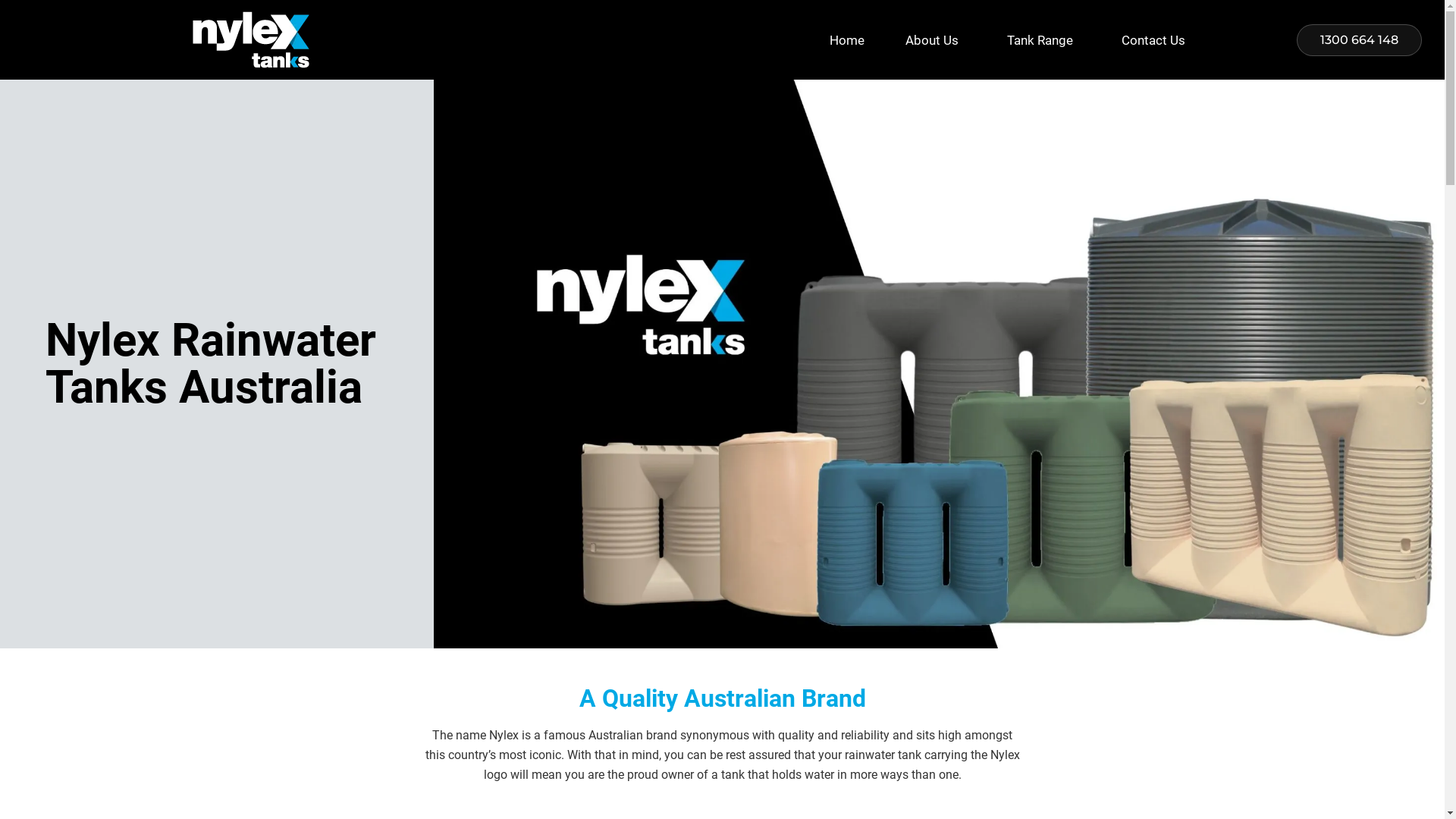  What do you see at coordinates (986, 39) in the screenshot?
I see `'Tank Range'` at bounding box center [986, 39].